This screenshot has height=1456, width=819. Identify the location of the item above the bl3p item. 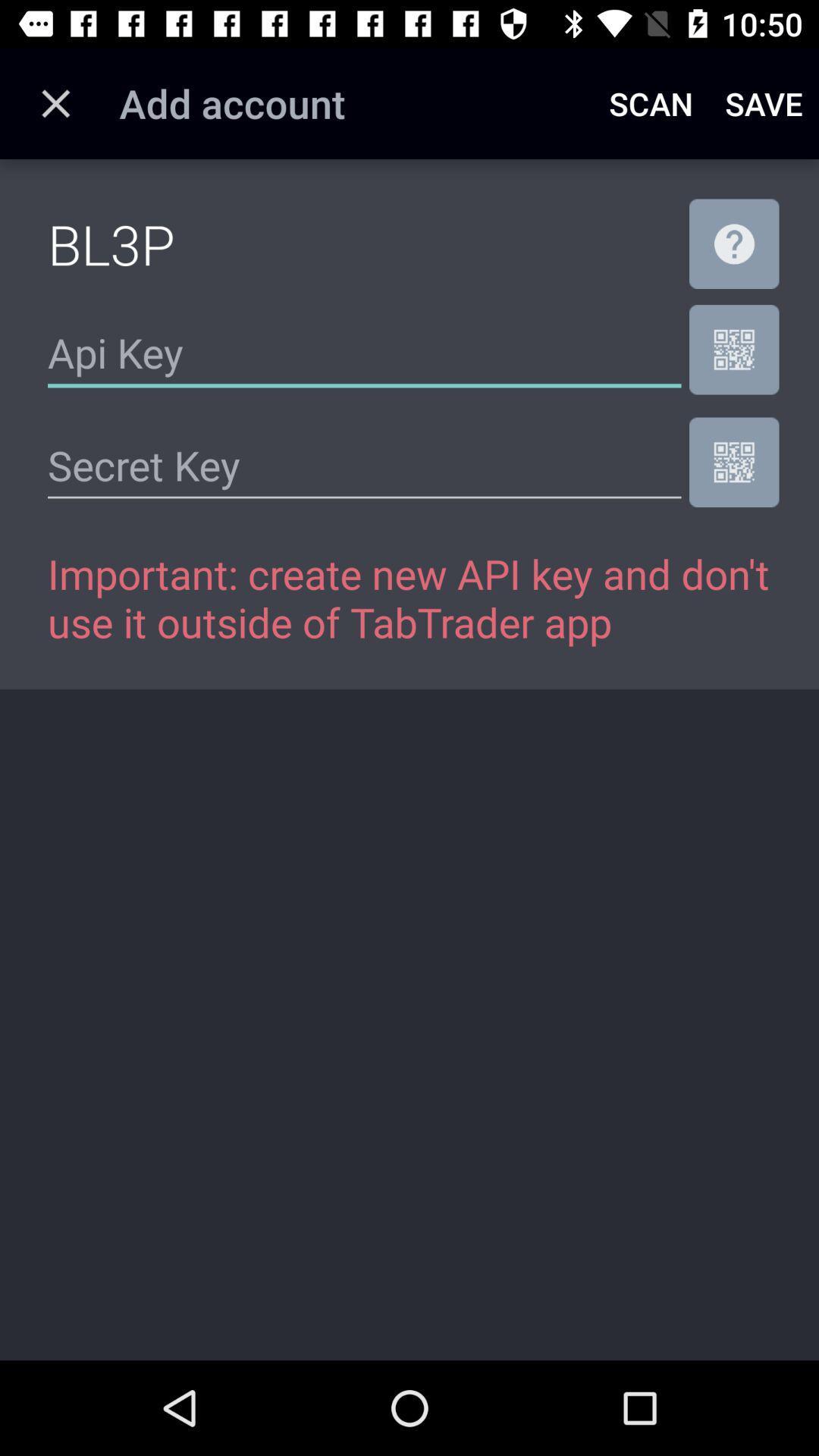
(55, 102).